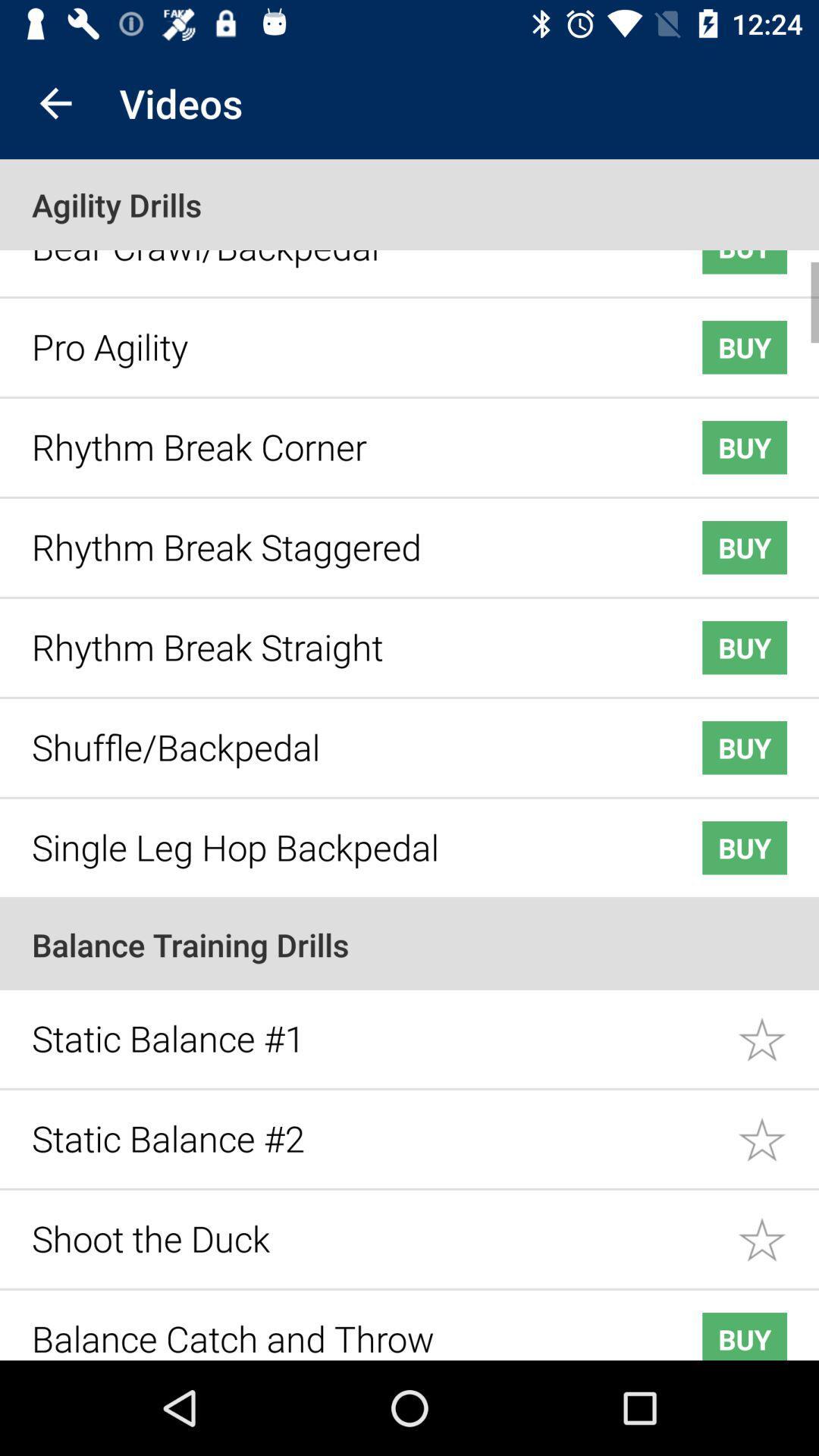 The height and width of the screenshot is (1456, 819). Describe the element at coordinates (343, 334) in the screenshot. I see `the icon below the bear crawl/backpedal` at that location.